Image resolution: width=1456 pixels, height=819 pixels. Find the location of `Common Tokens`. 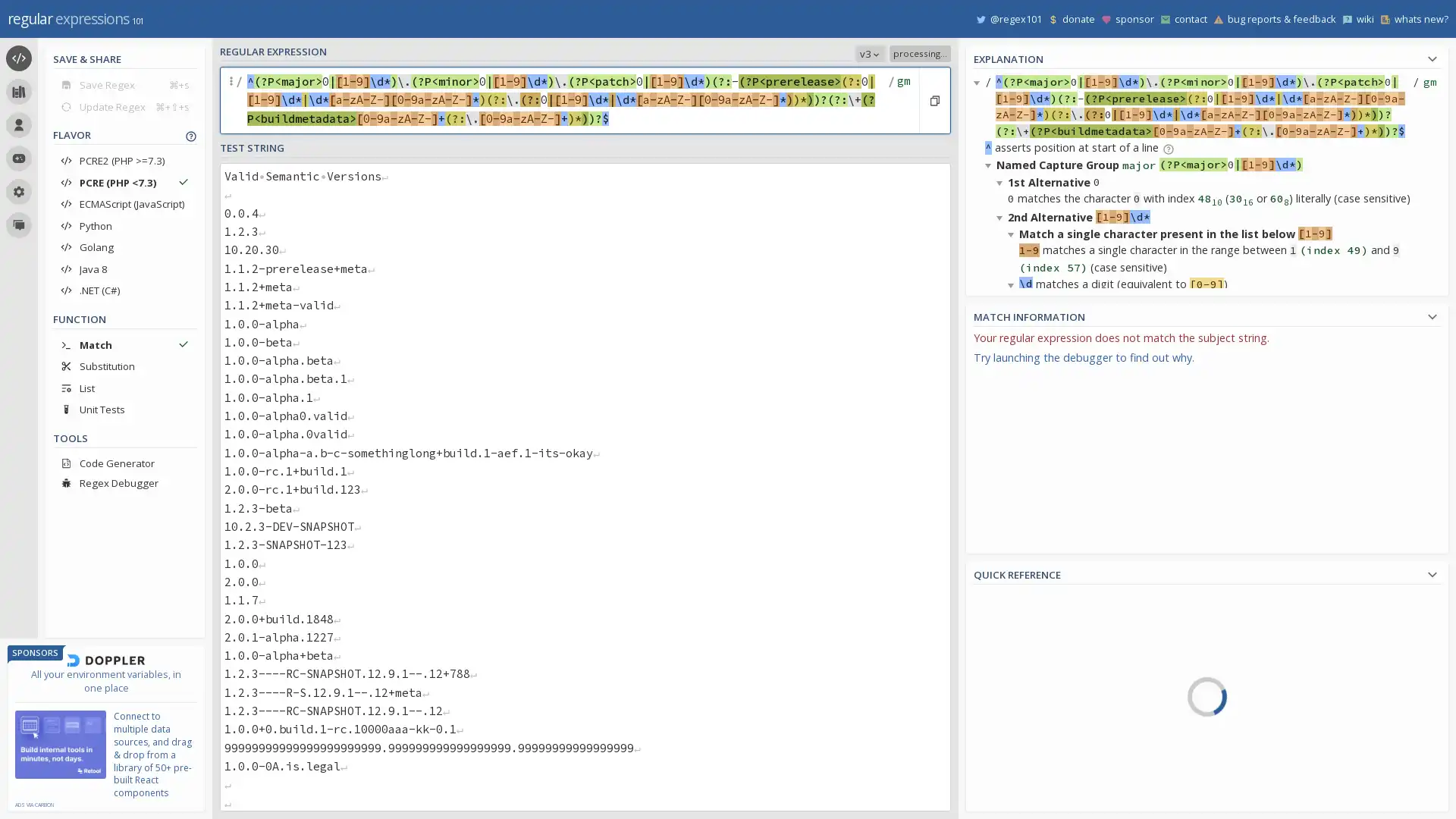

Common Tokens is located at coordinates (1044, 650).